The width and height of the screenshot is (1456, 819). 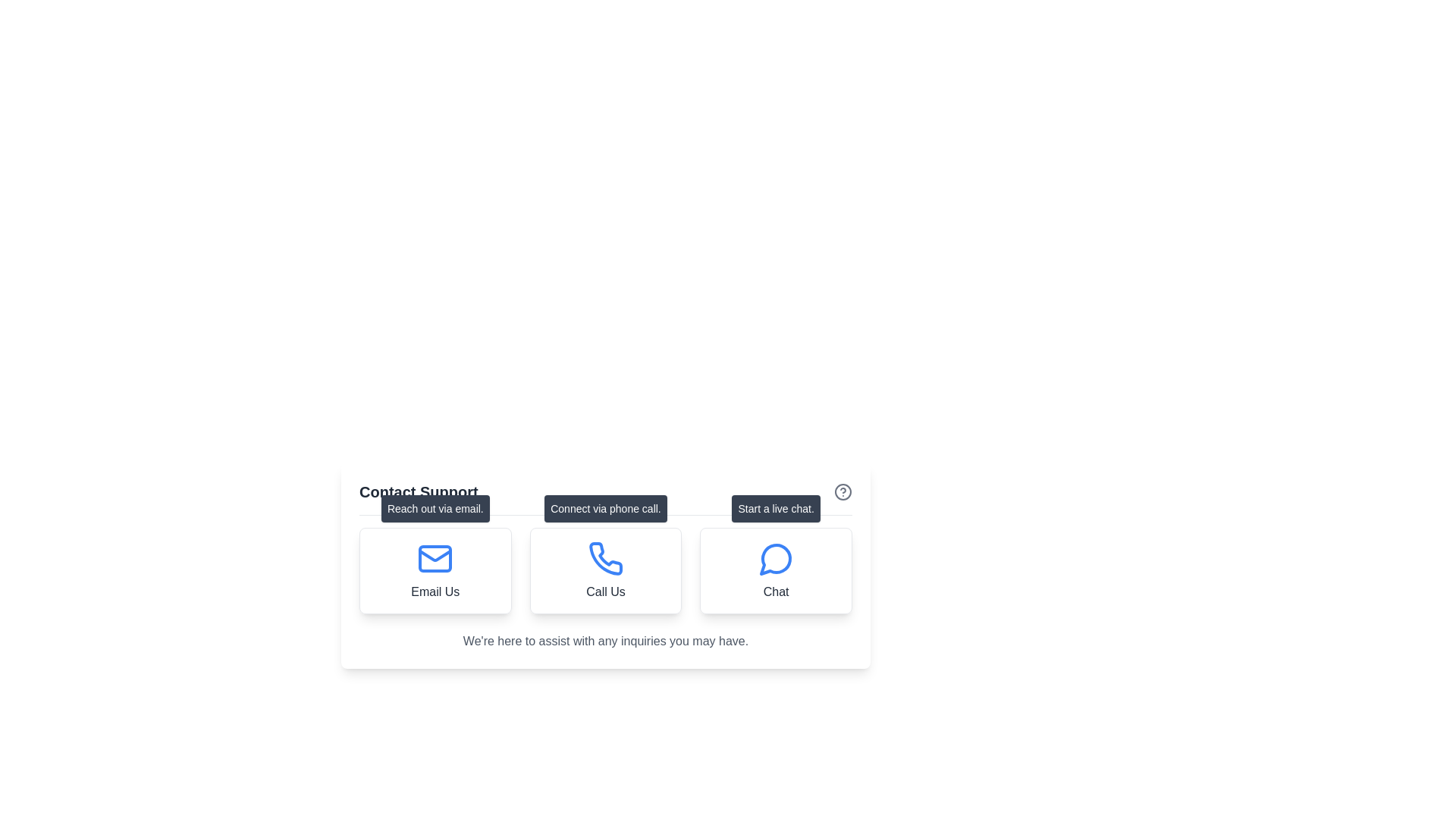 What do you see at coordinates (435, 509) in the screenshot?
I see `tooltip text box that appears above the 'Email Us' button, which contains the message 'Reach out via email.'` at bounding box center [435, 509].